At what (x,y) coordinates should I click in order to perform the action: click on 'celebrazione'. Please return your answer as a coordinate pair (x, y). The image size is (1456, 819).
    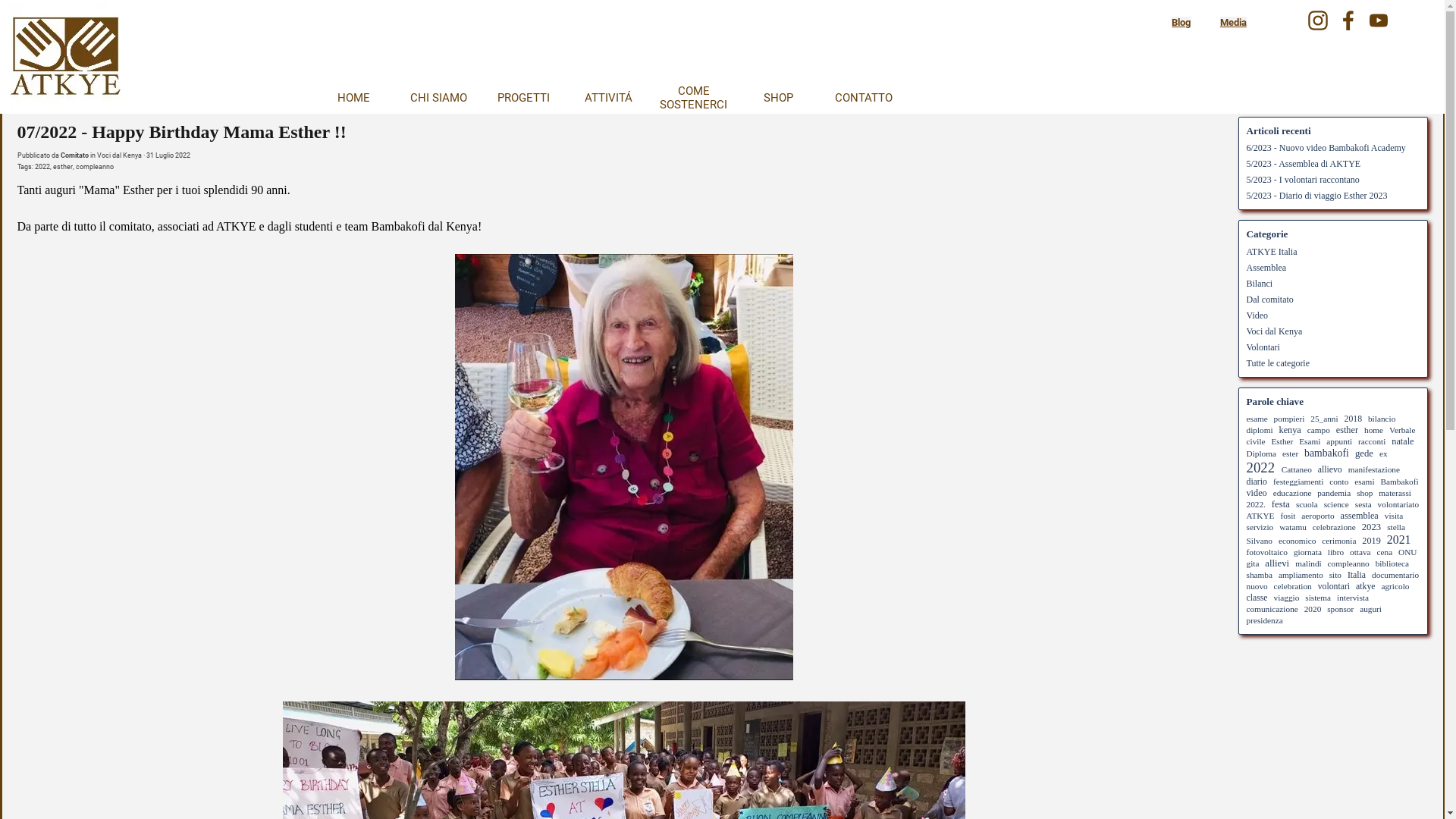
    Looking at the image, I should click on (1333, 526).